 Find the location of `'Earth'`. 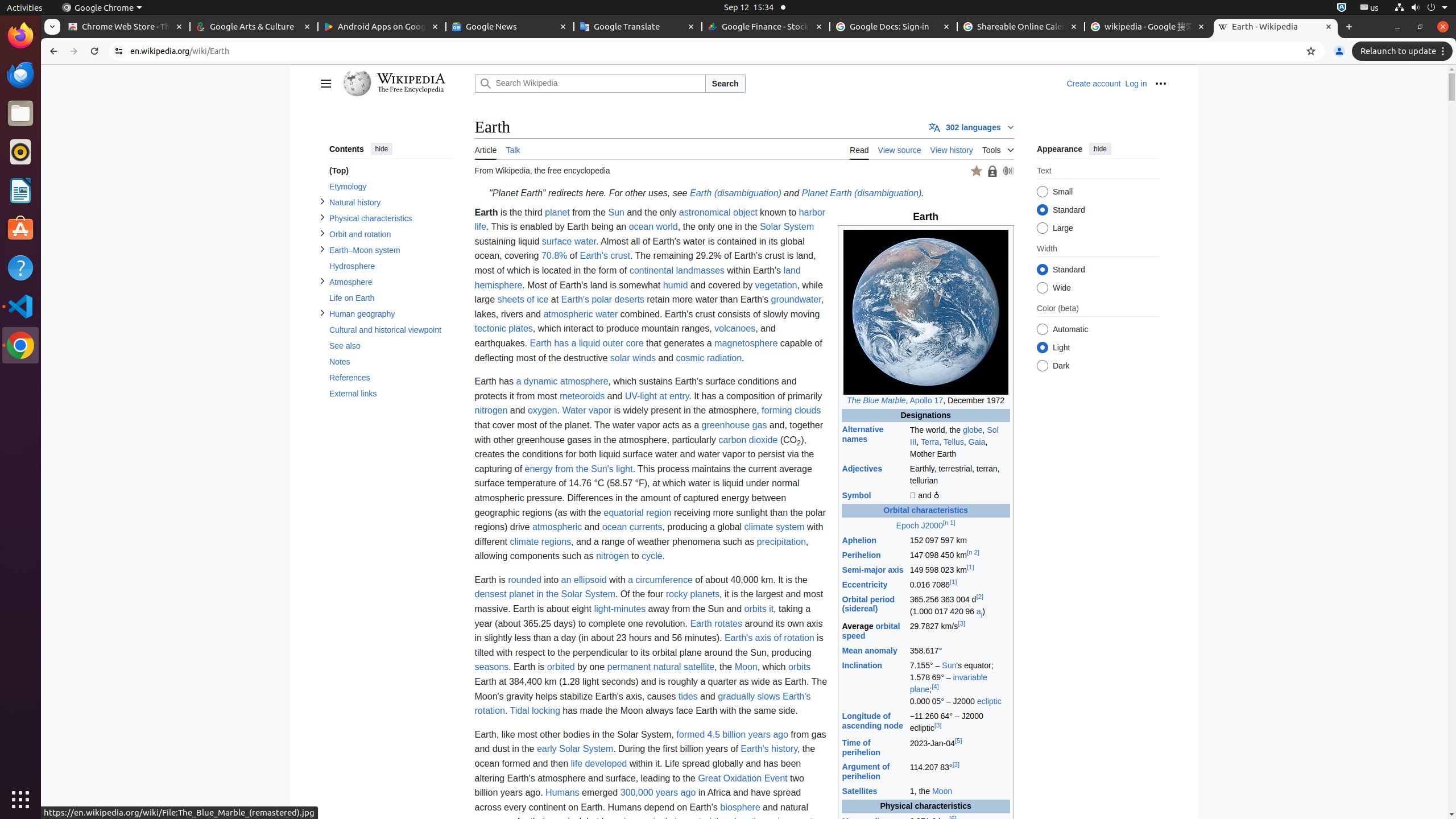

'Earth' is located at coordinates (768, 749).